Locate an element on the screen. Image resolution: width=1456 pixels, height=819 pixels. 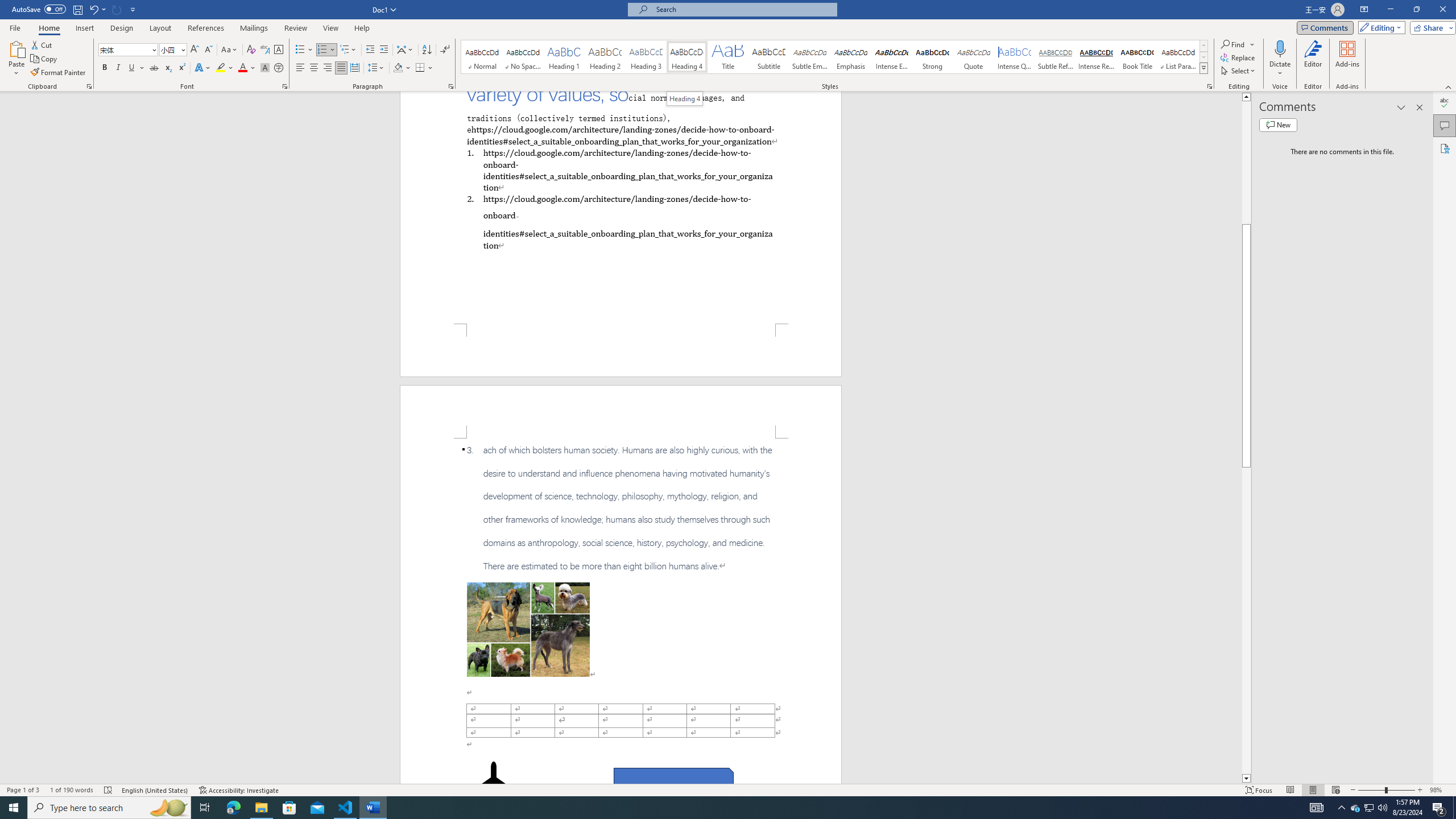
'Multilevel List' is located at coordinates (348, 49).